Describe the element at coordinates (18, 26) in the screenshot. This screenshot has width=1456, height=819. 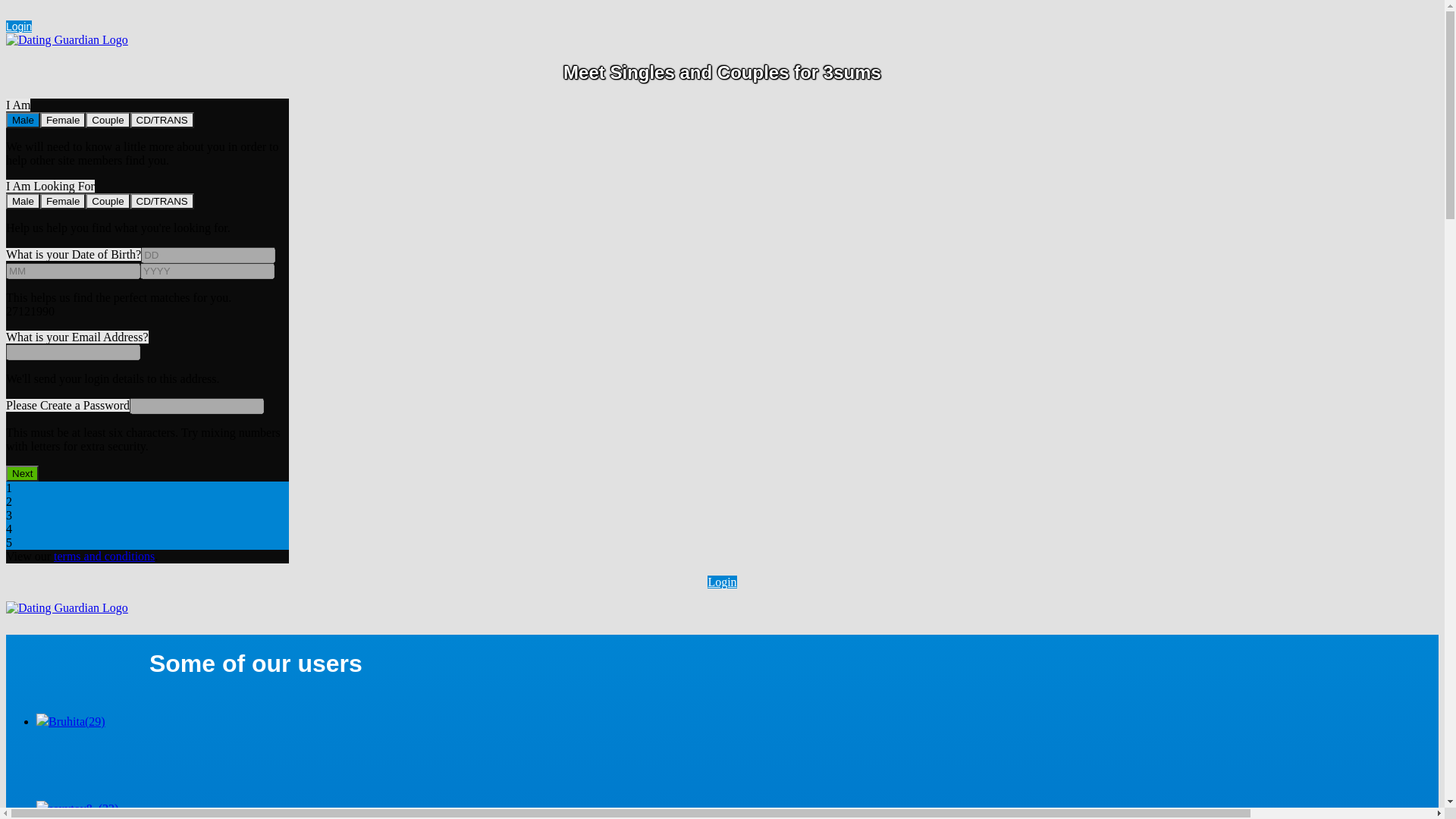
I see `'Login'` at that location.